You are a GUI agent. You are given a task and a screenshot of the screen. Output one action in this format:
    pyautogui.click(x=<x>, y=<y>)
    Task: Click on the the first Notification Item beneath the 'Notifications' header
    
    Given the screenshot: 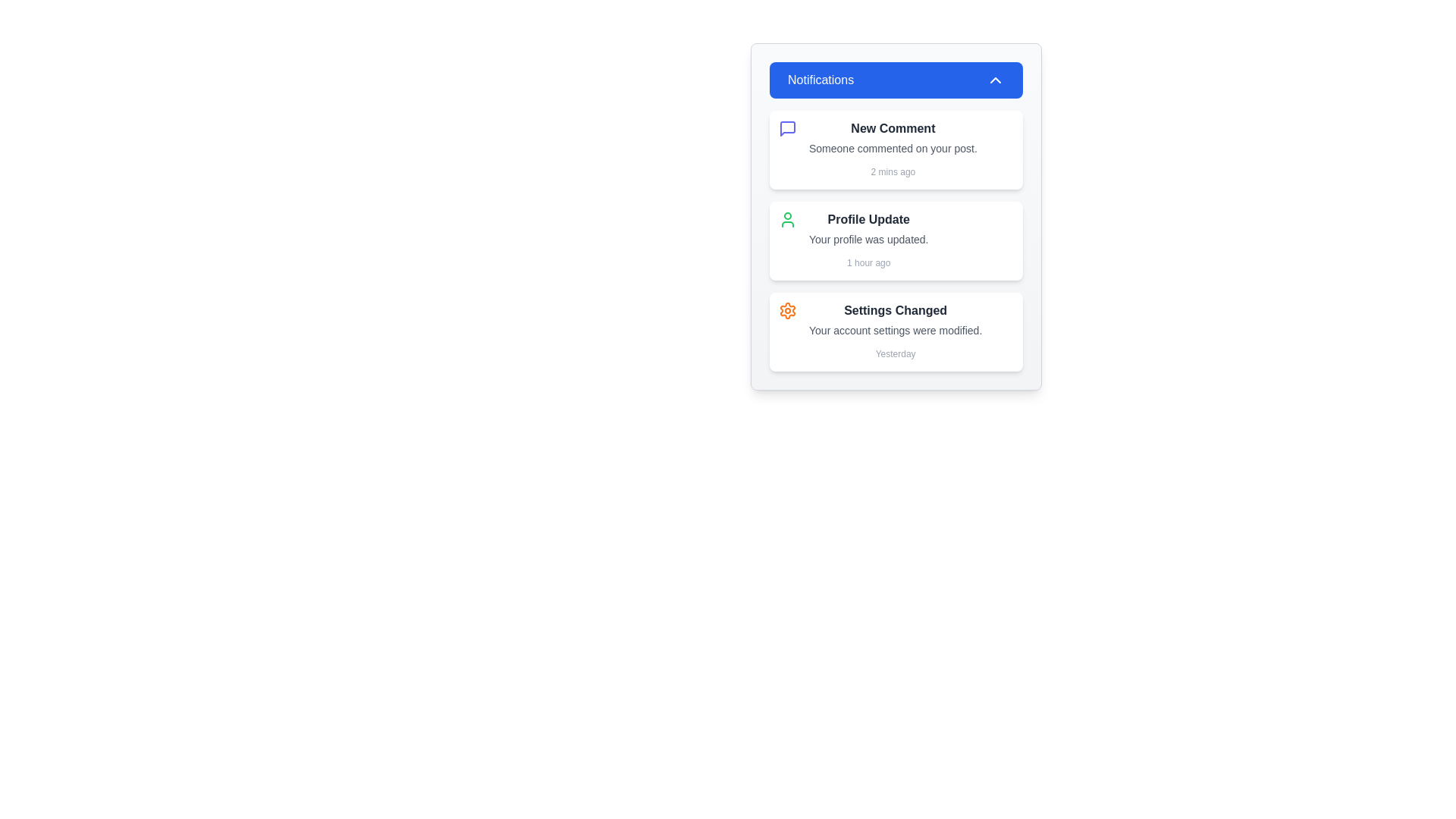 What is the action you would take?
    pyautogui.click(x=893, y=149)
    